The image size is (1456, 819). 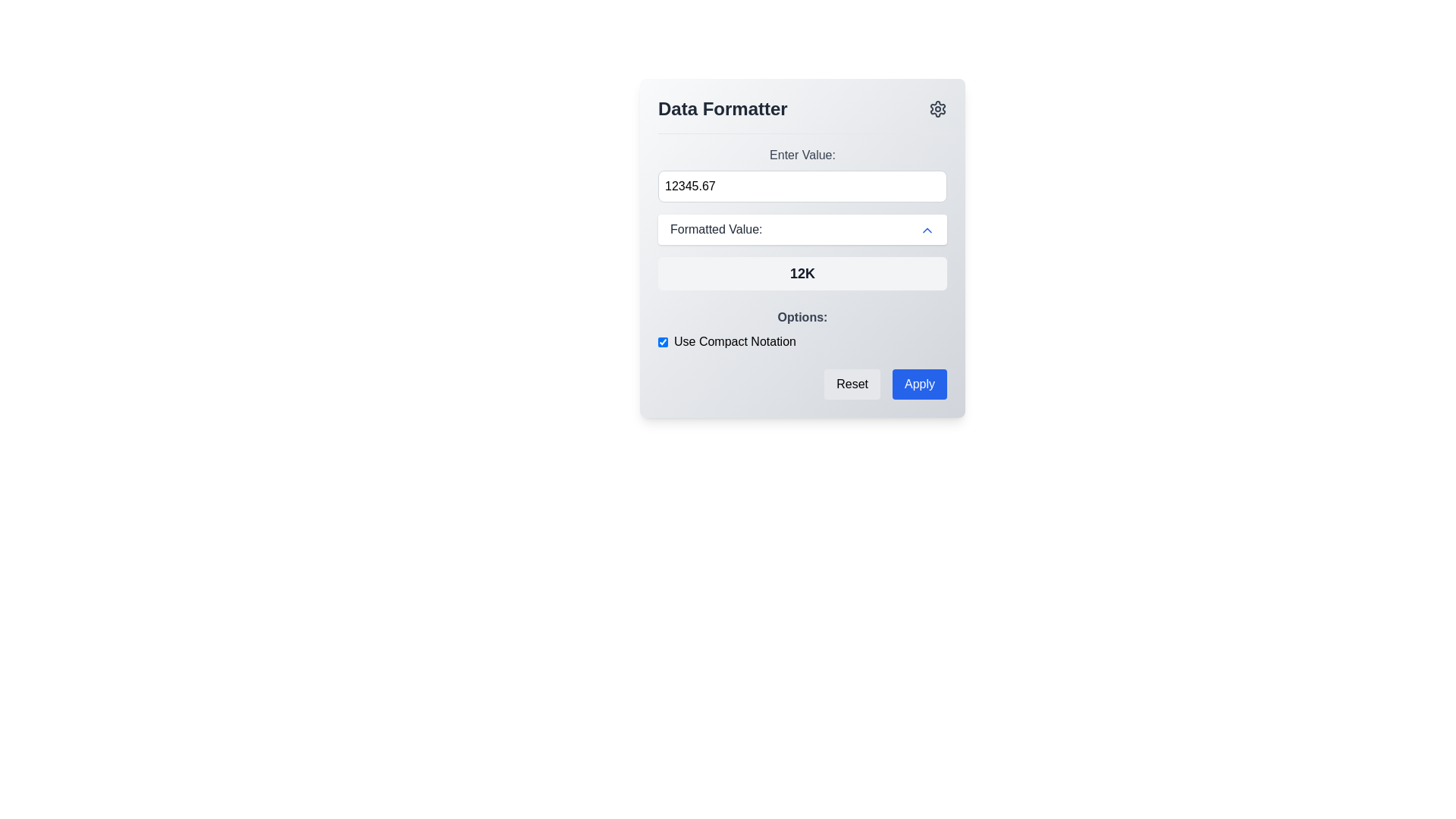 What do you see at coordinates (802, 329) in the screenshot?
I see `the checkbox for 'Use Compact Notation' located in the 'Options:' section of the 'Data Formatter' dialog` at bounding box center [802, 329].